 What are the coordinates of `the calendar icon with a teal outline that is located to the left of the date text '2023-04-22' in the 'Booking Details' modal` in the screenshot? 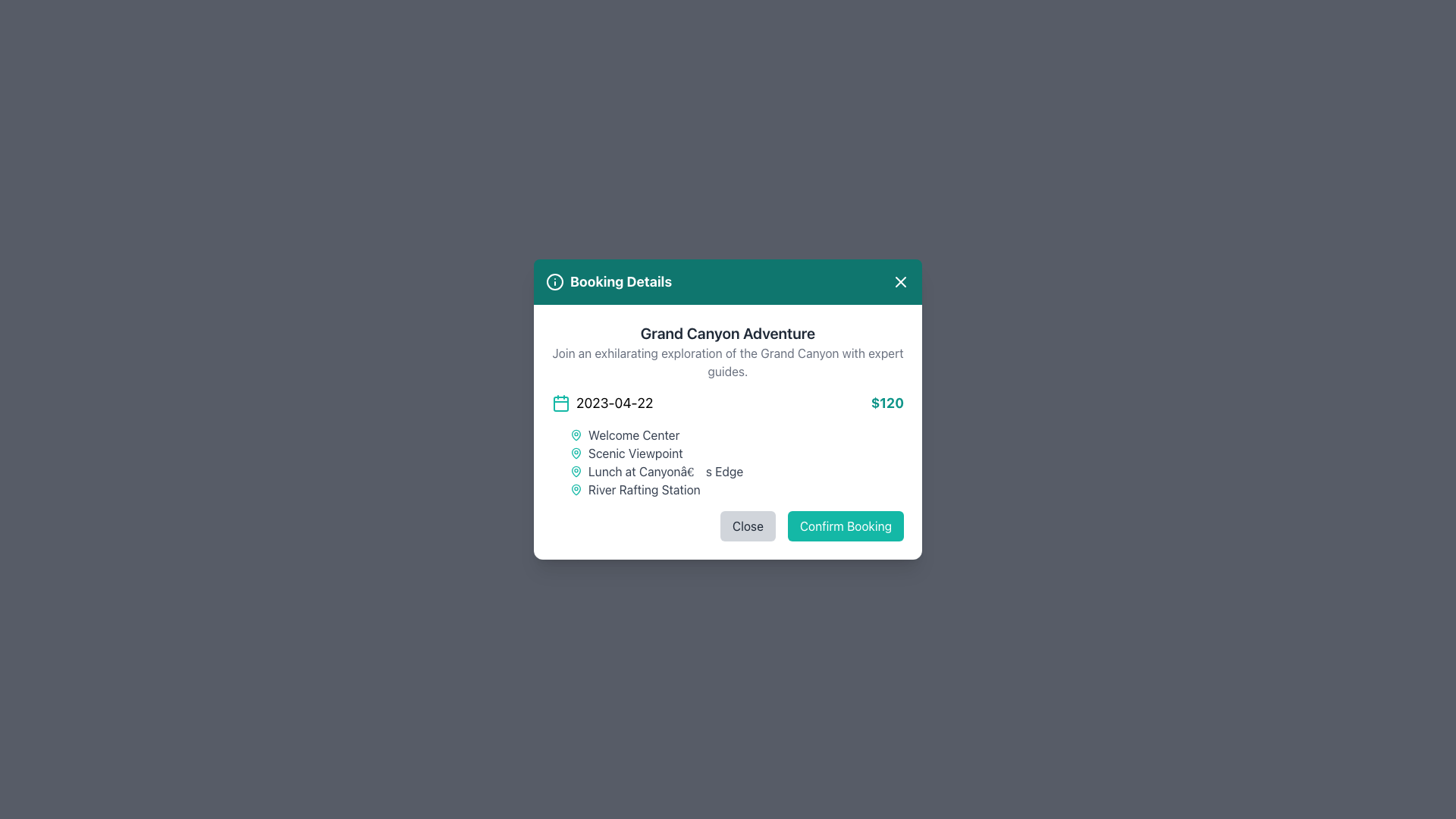 It's located at (560, 403).